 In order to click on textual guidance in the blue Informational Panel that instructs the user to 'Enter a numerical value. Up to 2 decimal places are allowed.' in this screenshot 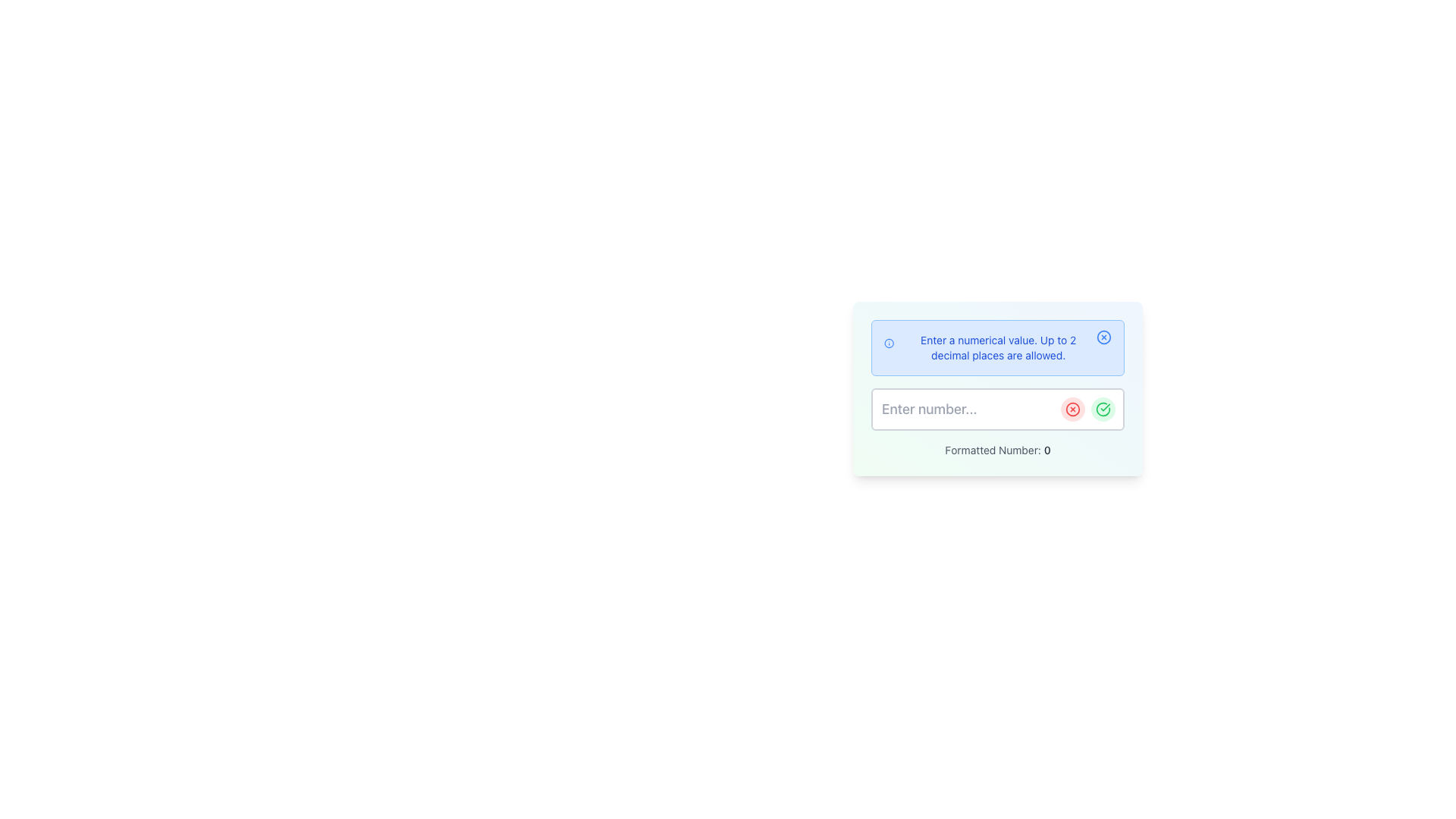, I will do `click(997, 348)`.